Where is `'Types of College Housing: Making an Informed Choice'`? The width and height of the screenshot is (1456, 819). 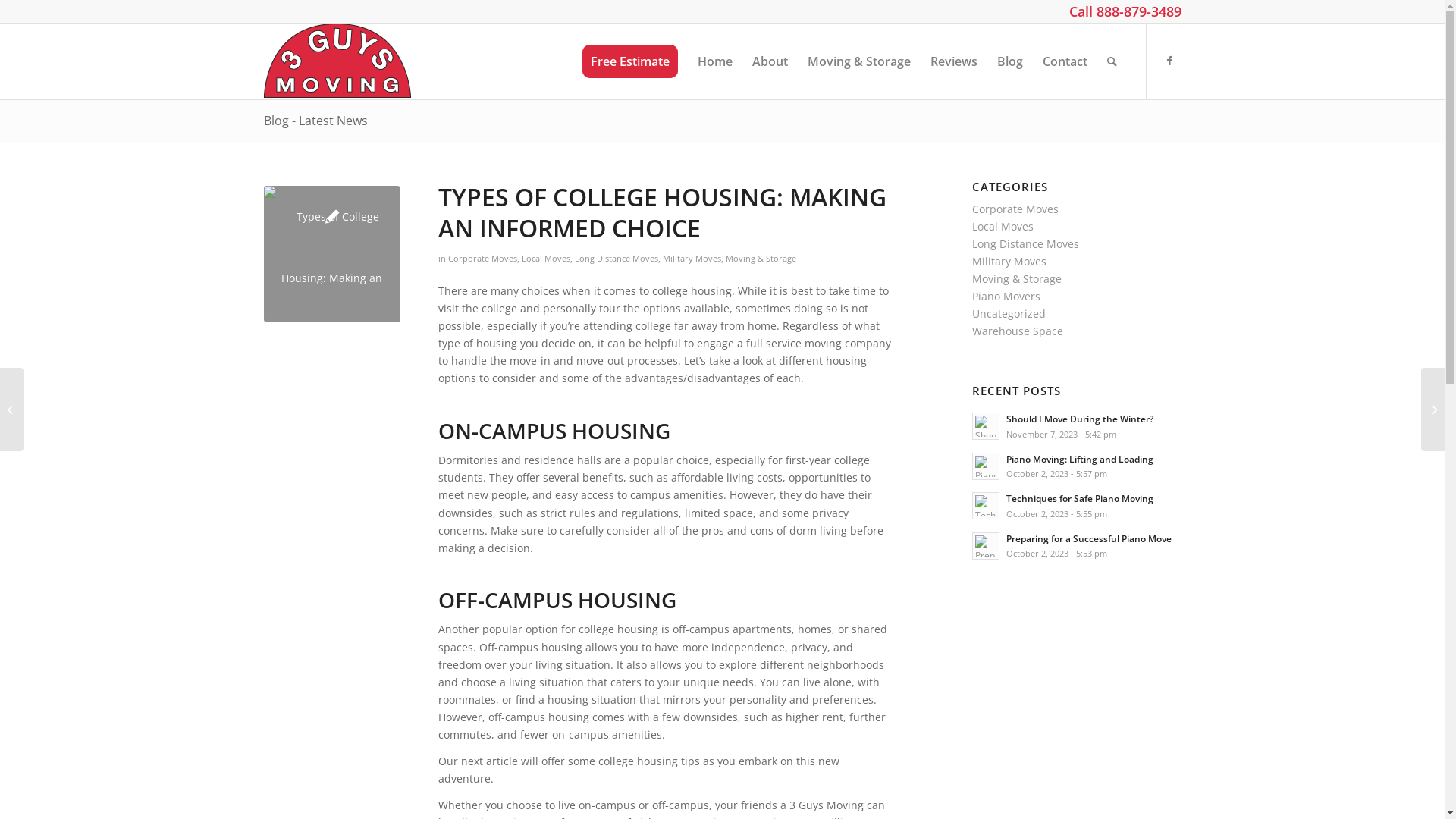
'Types of College Housing: Making an Informed Choice' is located at coordinates (331, 253).